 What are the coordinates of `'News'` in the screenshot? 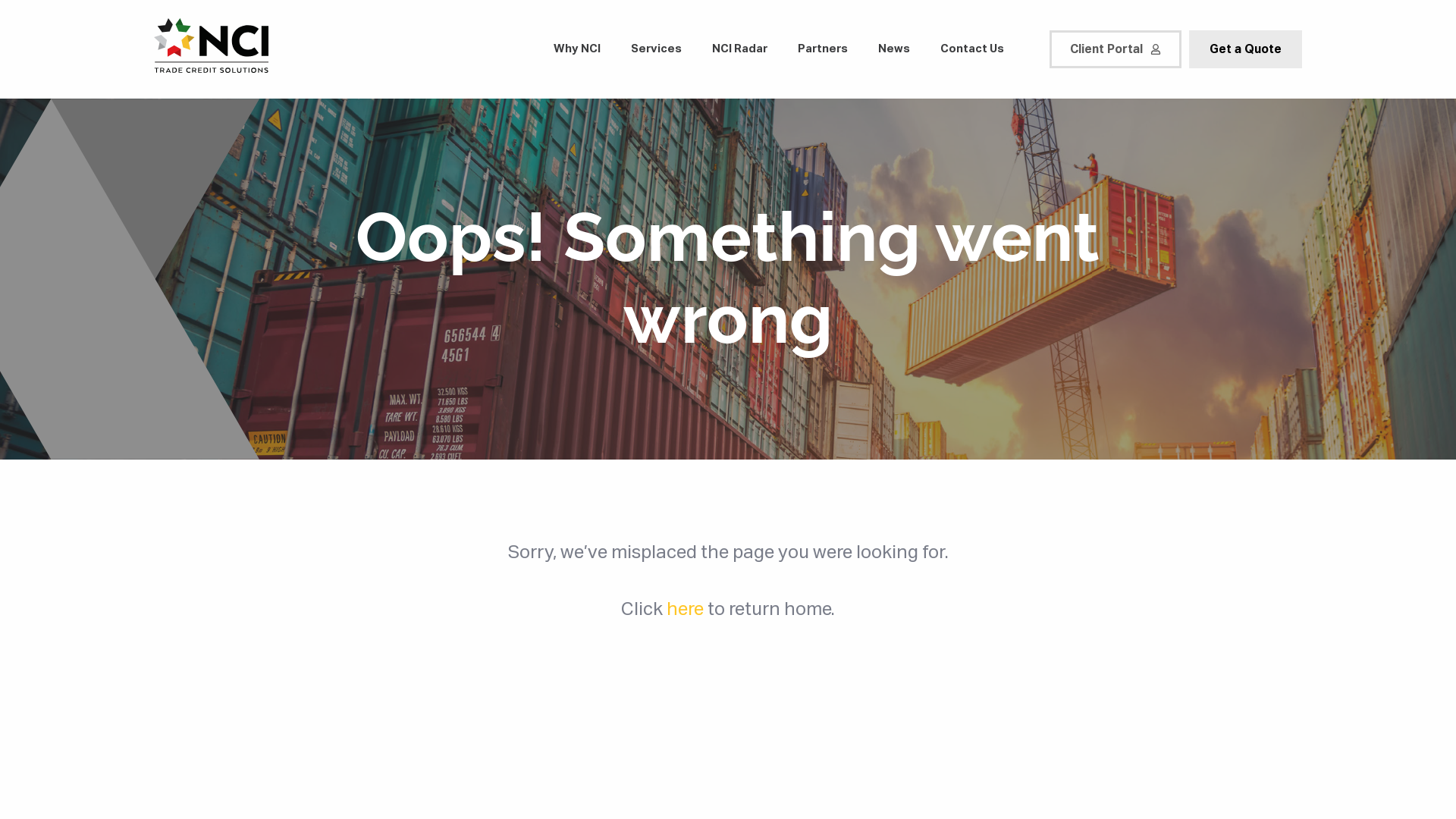 It's located at (894, 49).